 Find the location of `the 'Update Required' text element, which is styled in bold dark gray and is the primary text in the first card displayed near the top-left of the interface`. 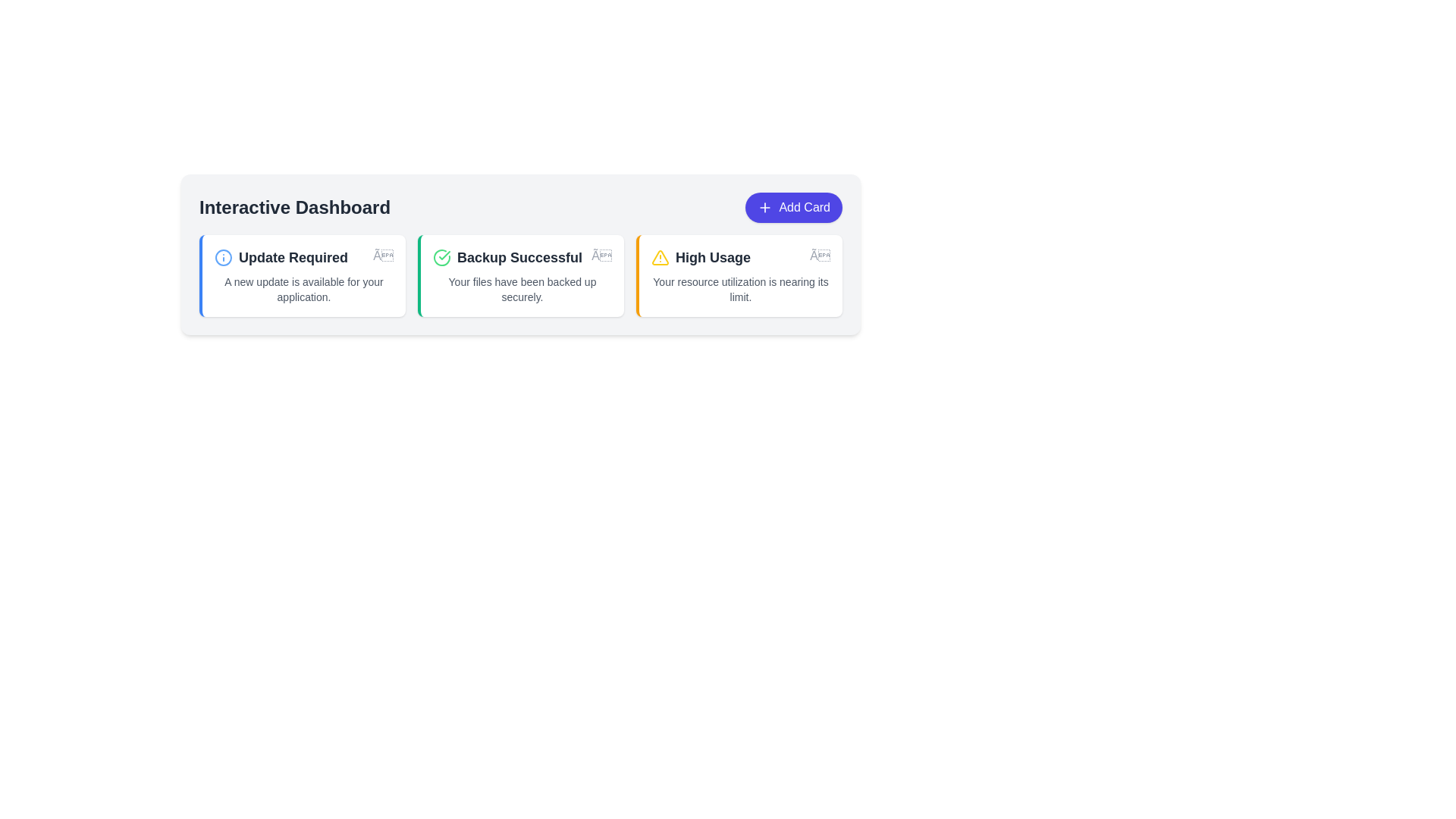

the 'Update Required' text element, which is styled in bold dark gray and is the primary text in the first card displayed near the top-left of the interface is located at coordinates (293, 256).